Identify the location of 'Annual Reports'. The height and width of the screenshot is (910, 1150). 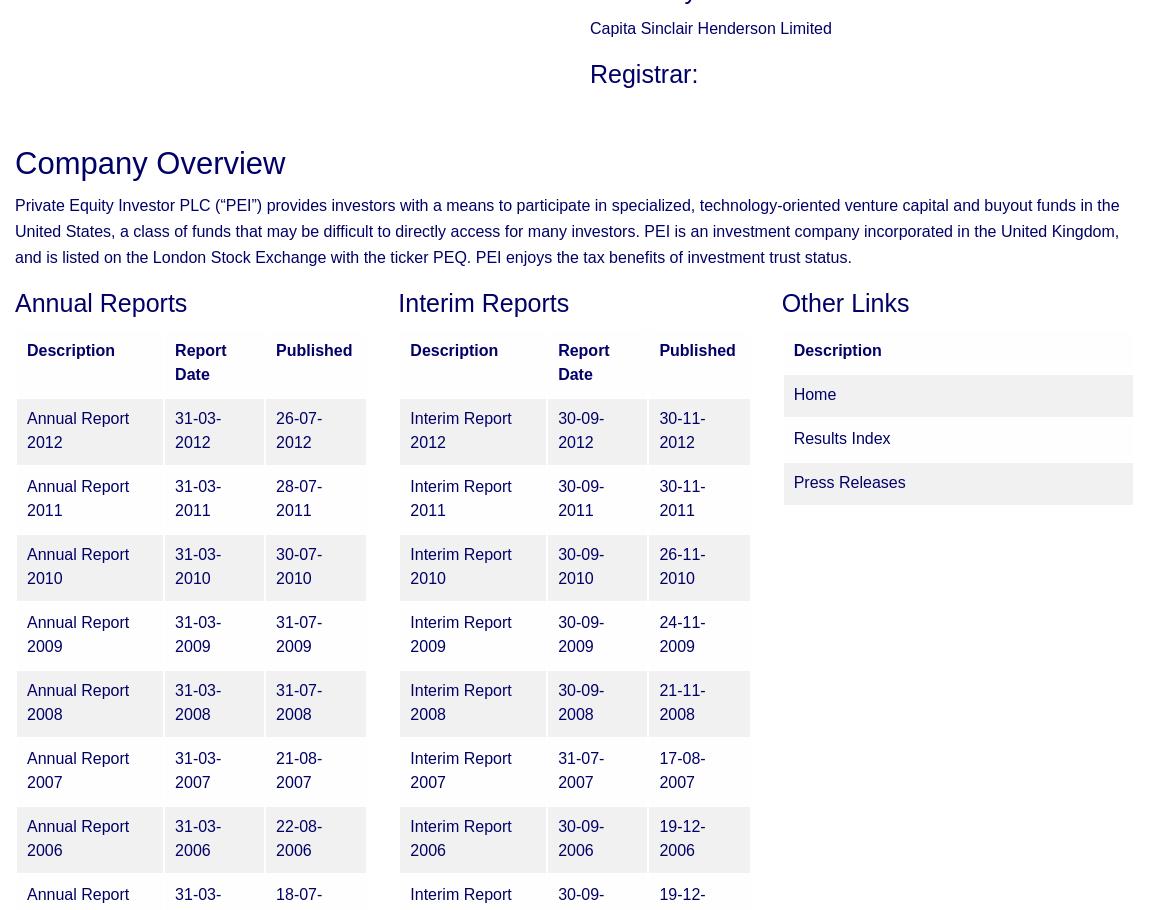
(13, 303).